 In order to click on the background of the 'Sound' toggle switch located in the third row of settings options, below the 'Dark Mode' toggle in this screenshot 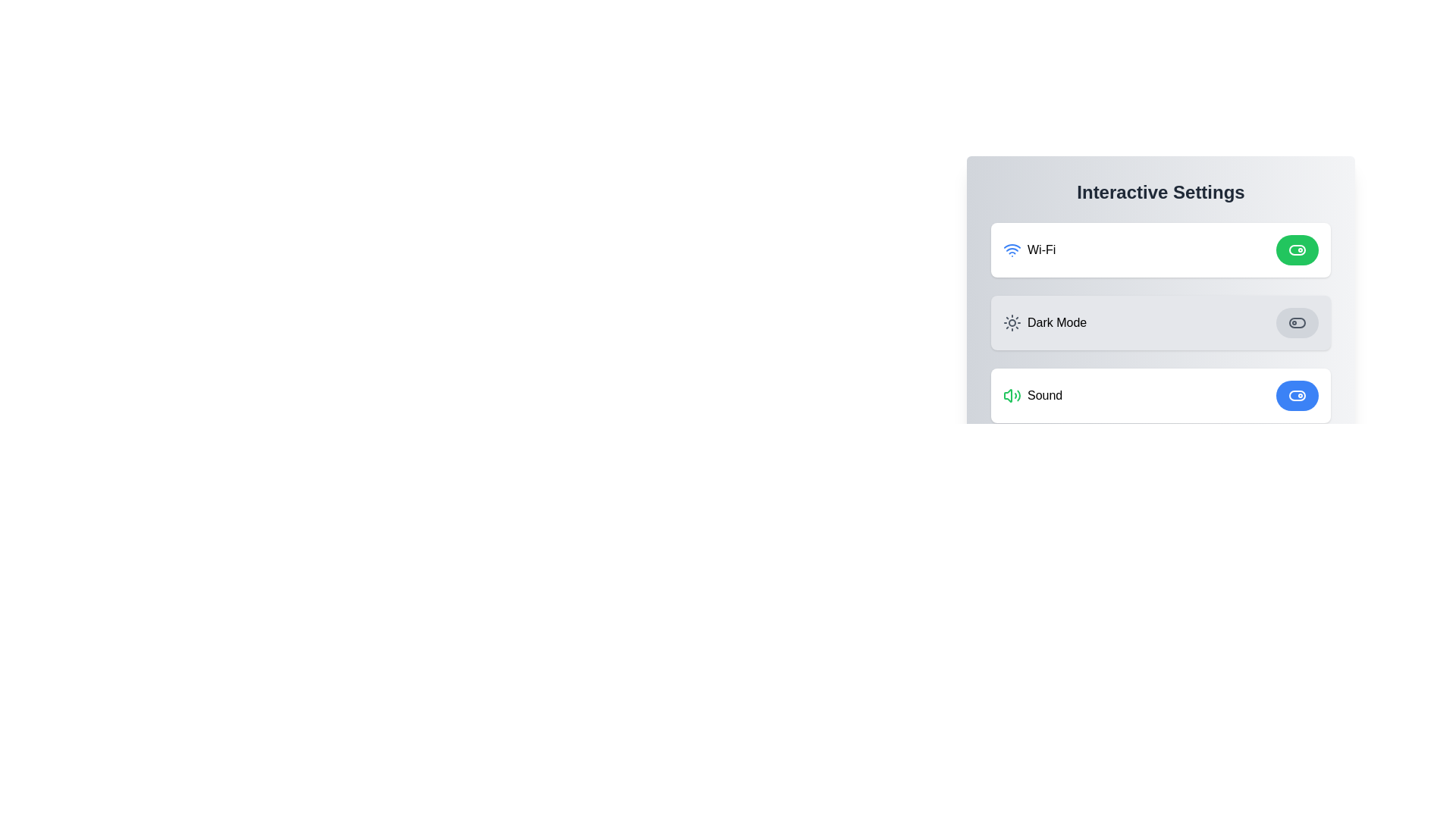, I will do `click(1296, 394)`.